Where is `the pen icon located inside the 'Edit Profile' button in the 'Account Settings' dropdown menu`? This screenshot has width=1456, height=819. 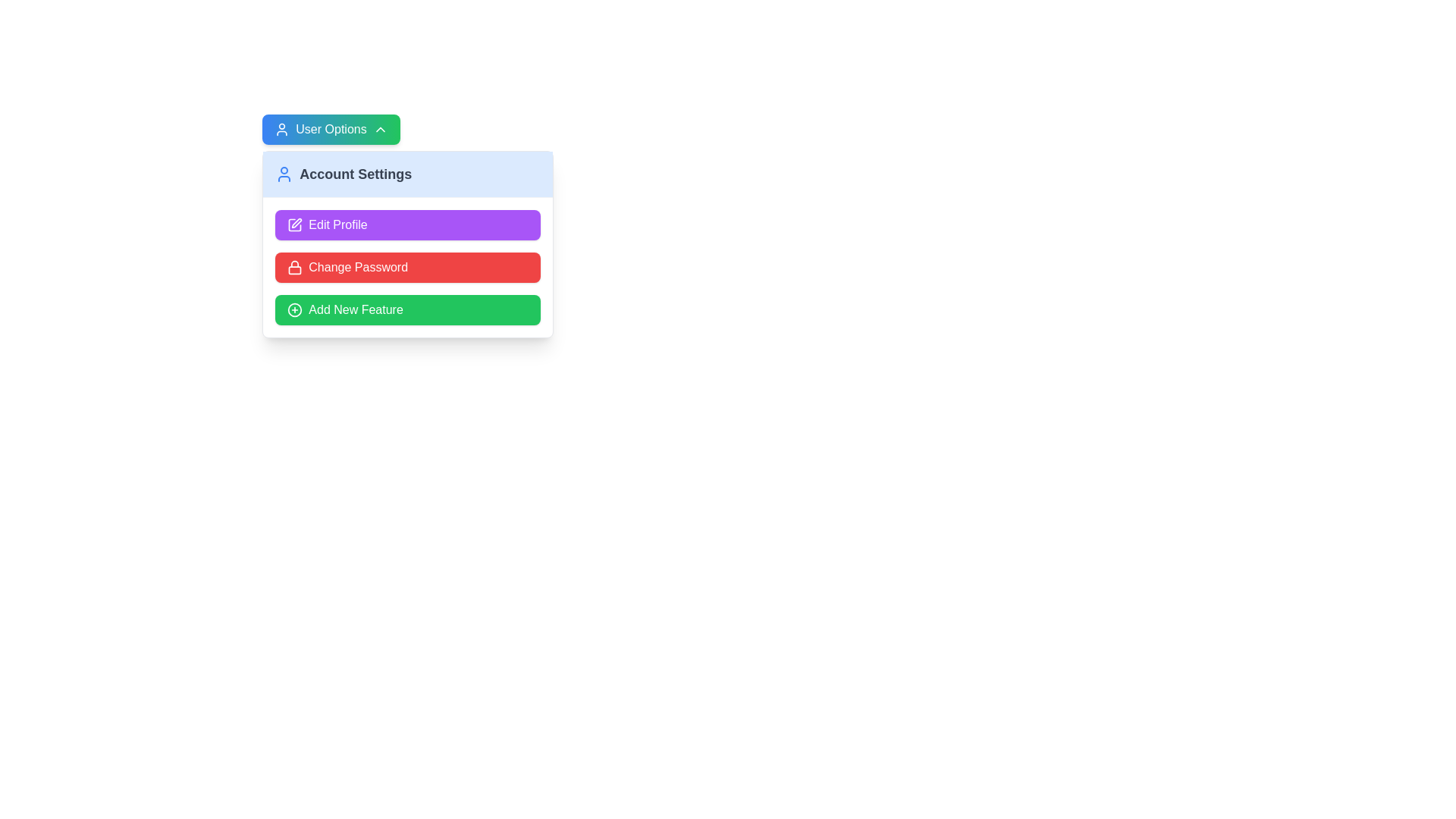
the pen icon located inside the 'Edit Profile' button in the 'Account Settings' dropdown menu is located at coordinates (297, 223).